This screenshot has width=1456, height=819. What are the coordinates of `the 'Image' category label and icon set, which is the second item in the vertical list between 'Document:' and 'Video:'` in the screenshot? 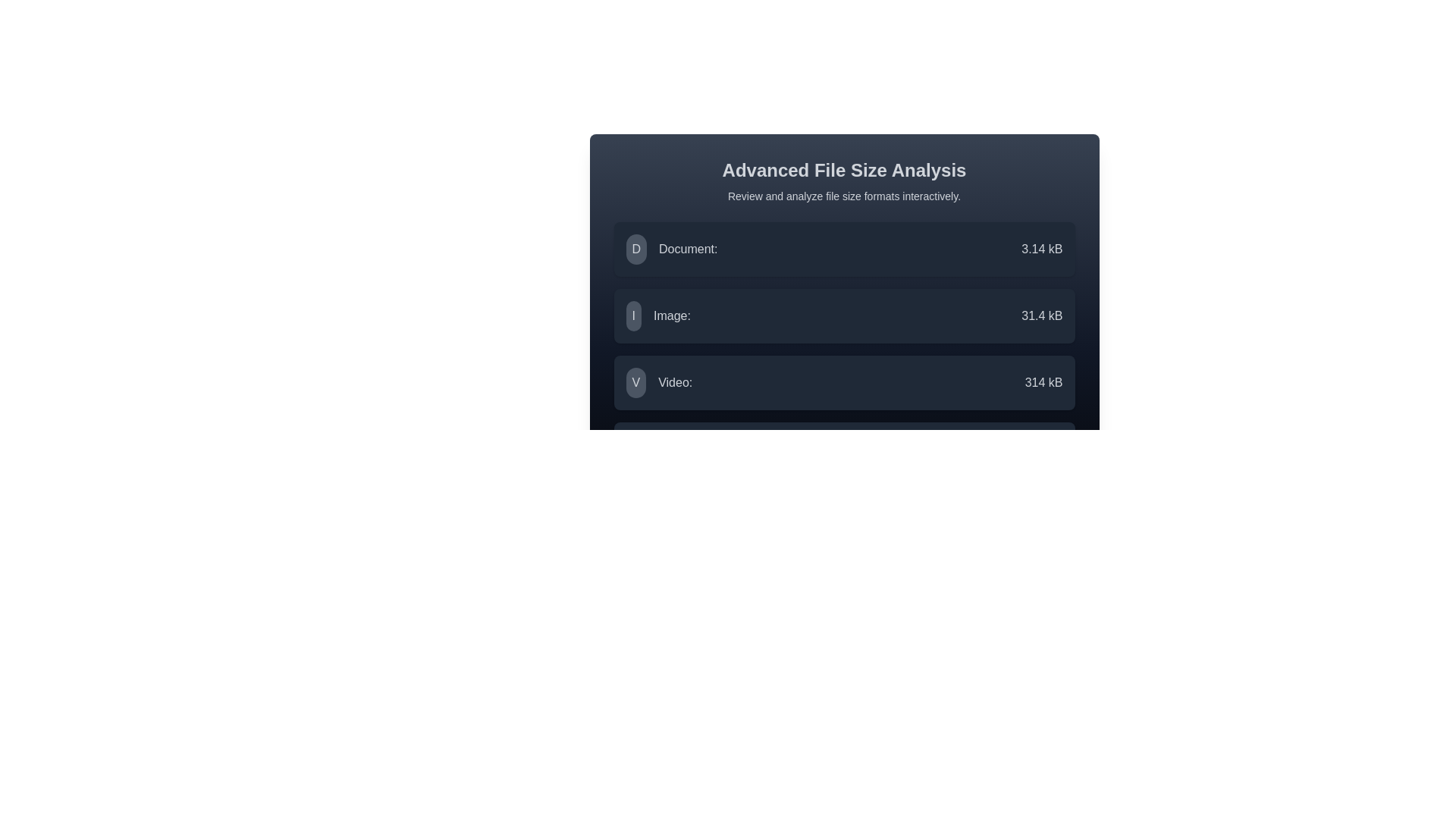 It's located at (658, 315).